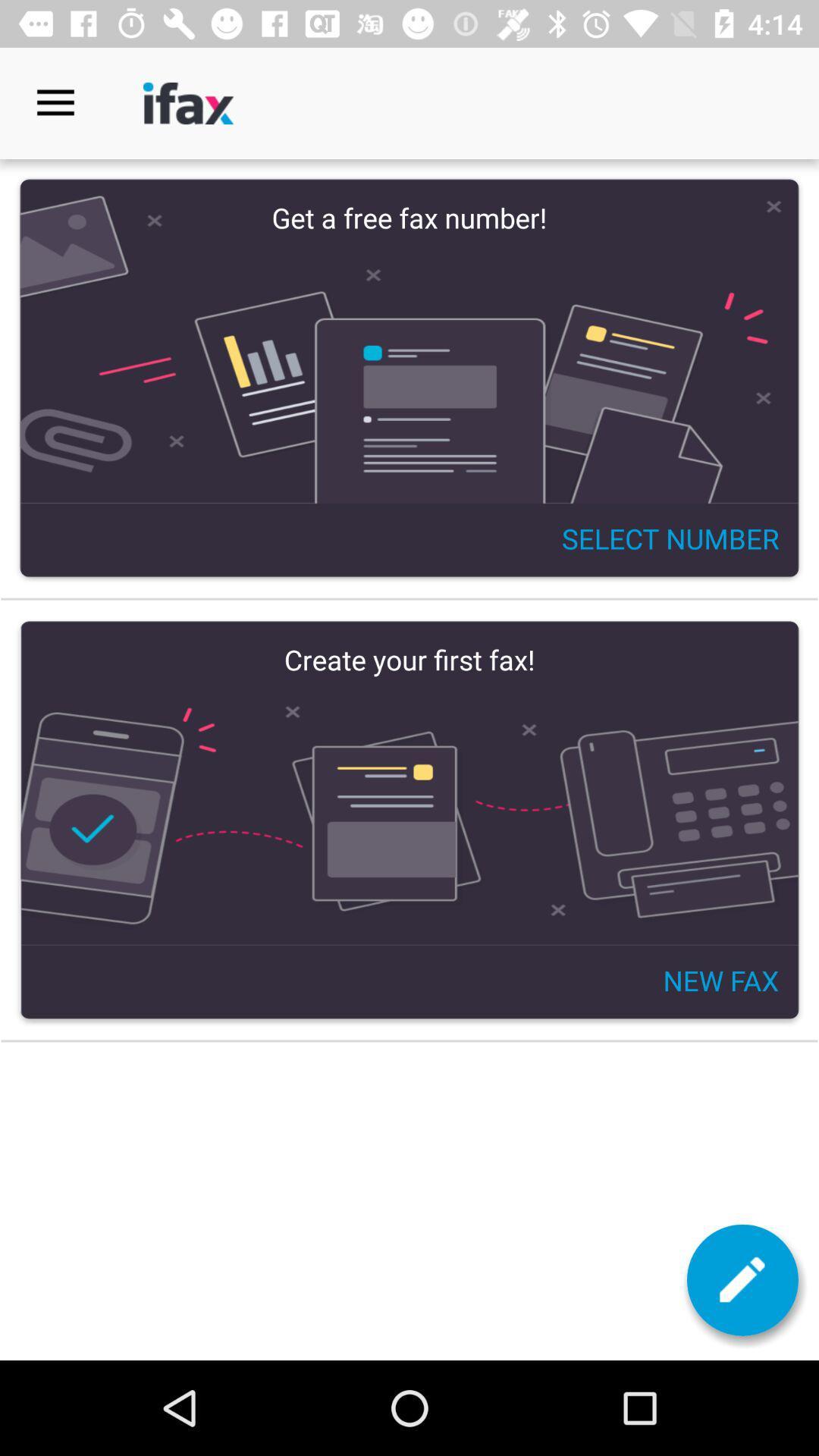  I want to click on write, so click(742, 1279).